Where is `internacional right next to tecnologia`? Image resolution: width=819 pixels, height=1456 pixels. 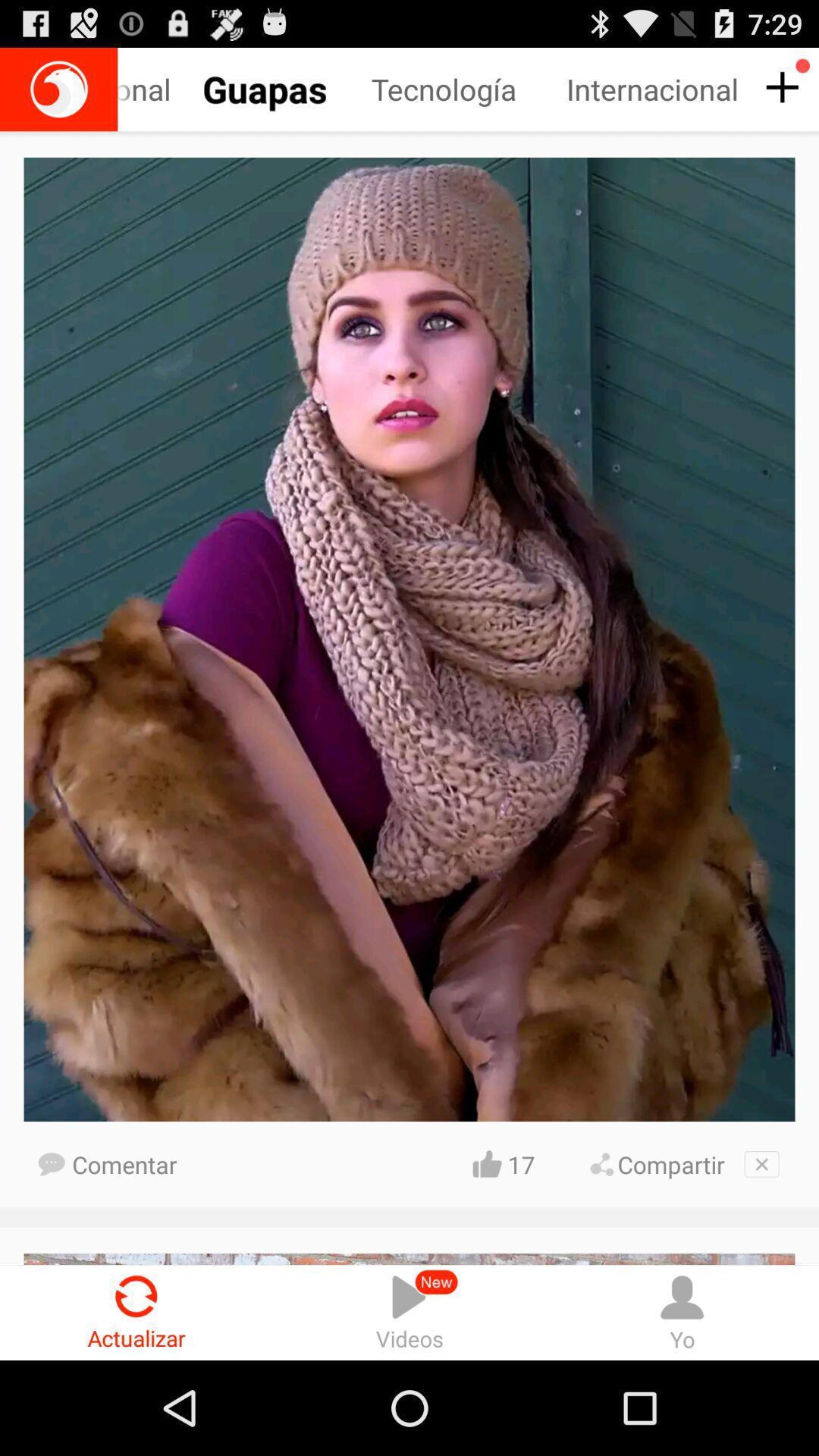
internacional right next to tecnologia is located at coordinates (654, 89).